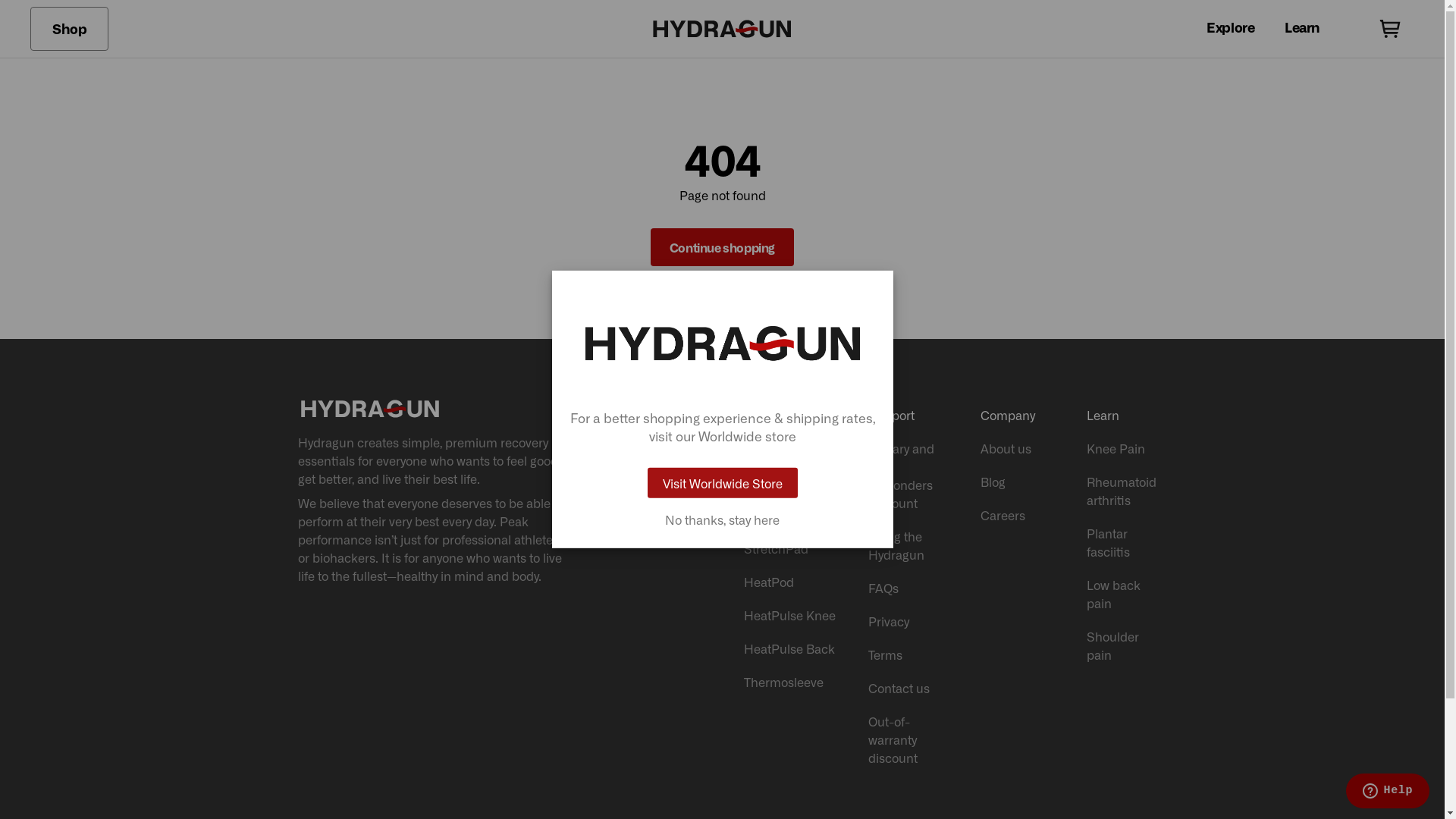 The width and height of the screenshot is (1456, 819). I want to click on 'FAQs', so click(908, 587).